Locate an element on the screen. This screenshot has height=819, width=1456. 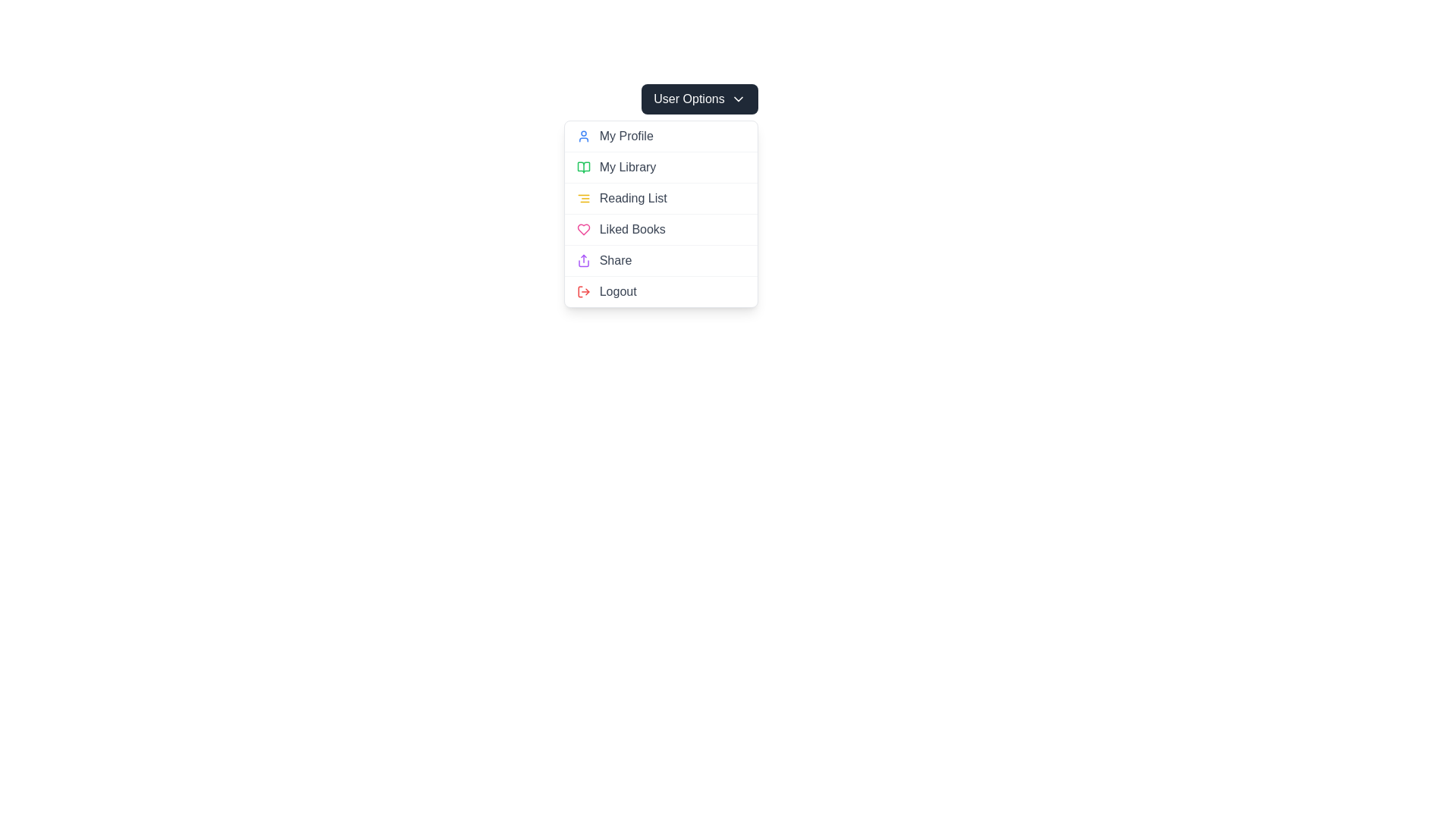
the button located at the top center of the menu component that triggers a drop-down menu for user account options is located at coordinates (698, 99).